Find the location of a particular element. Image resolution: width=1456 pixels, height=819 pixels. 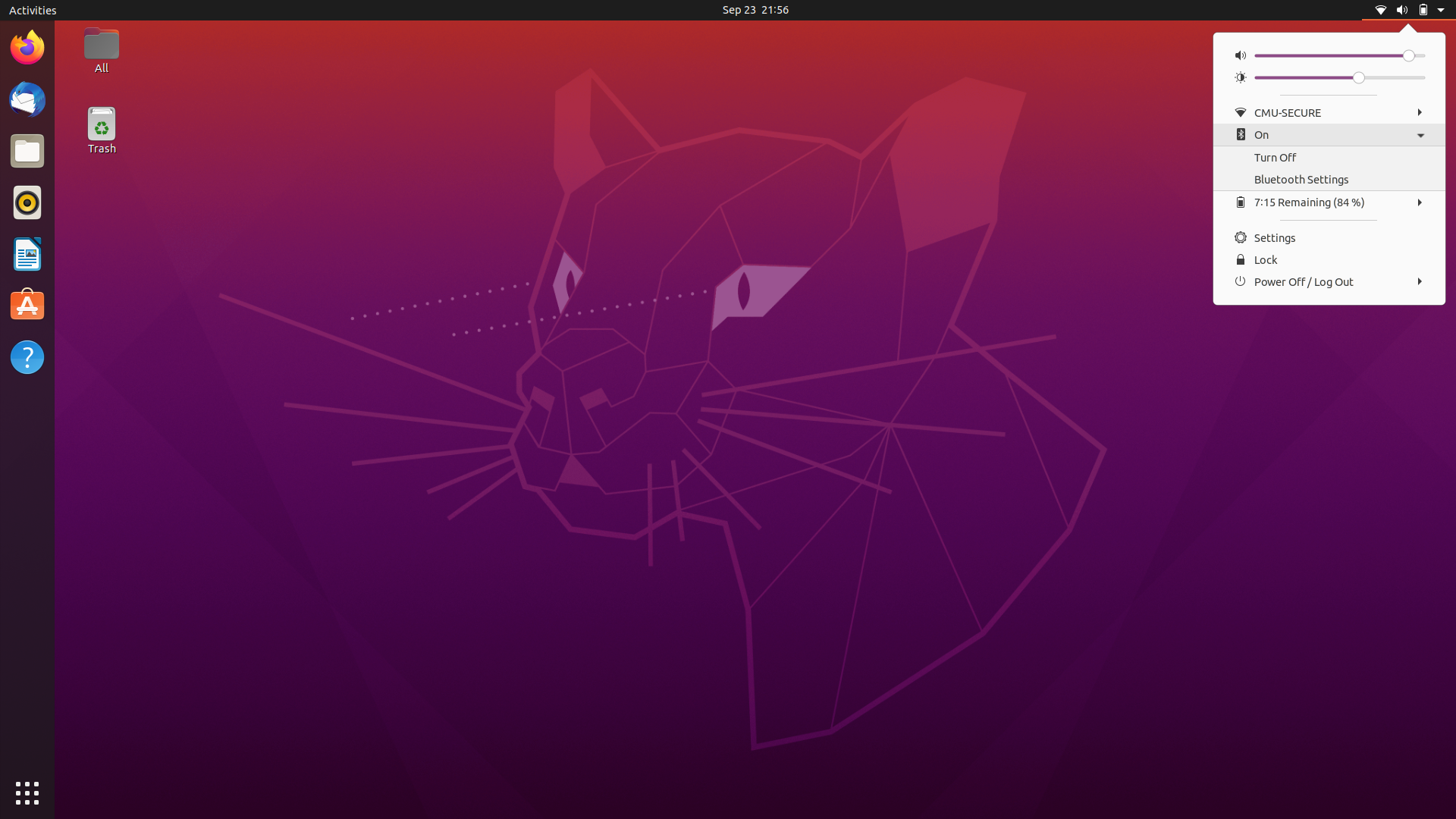

Help app is located at coordinates (28, 358).